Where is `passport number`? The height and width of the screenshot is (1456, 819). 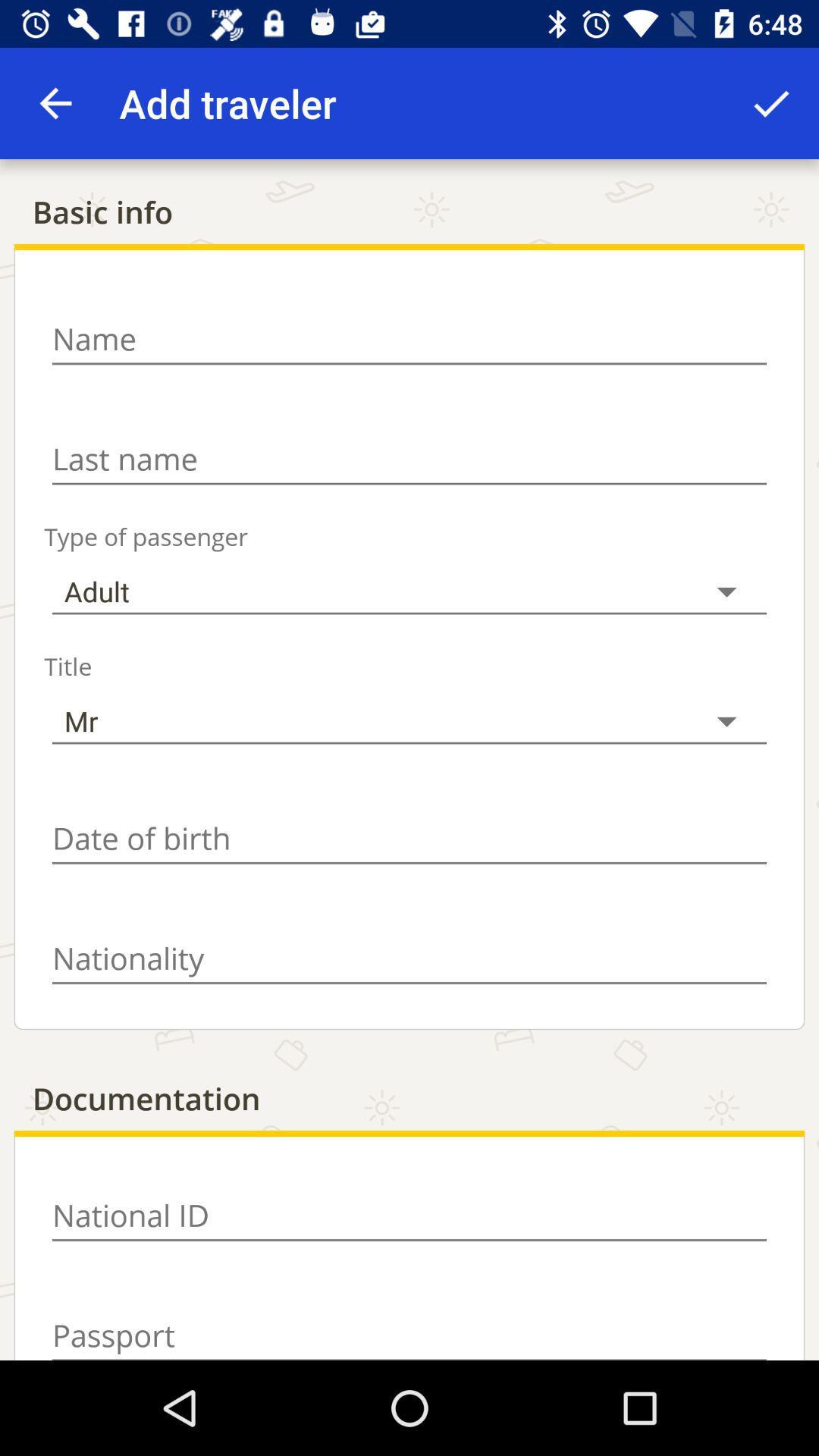
passport number is located at coordinates (409, 1326).